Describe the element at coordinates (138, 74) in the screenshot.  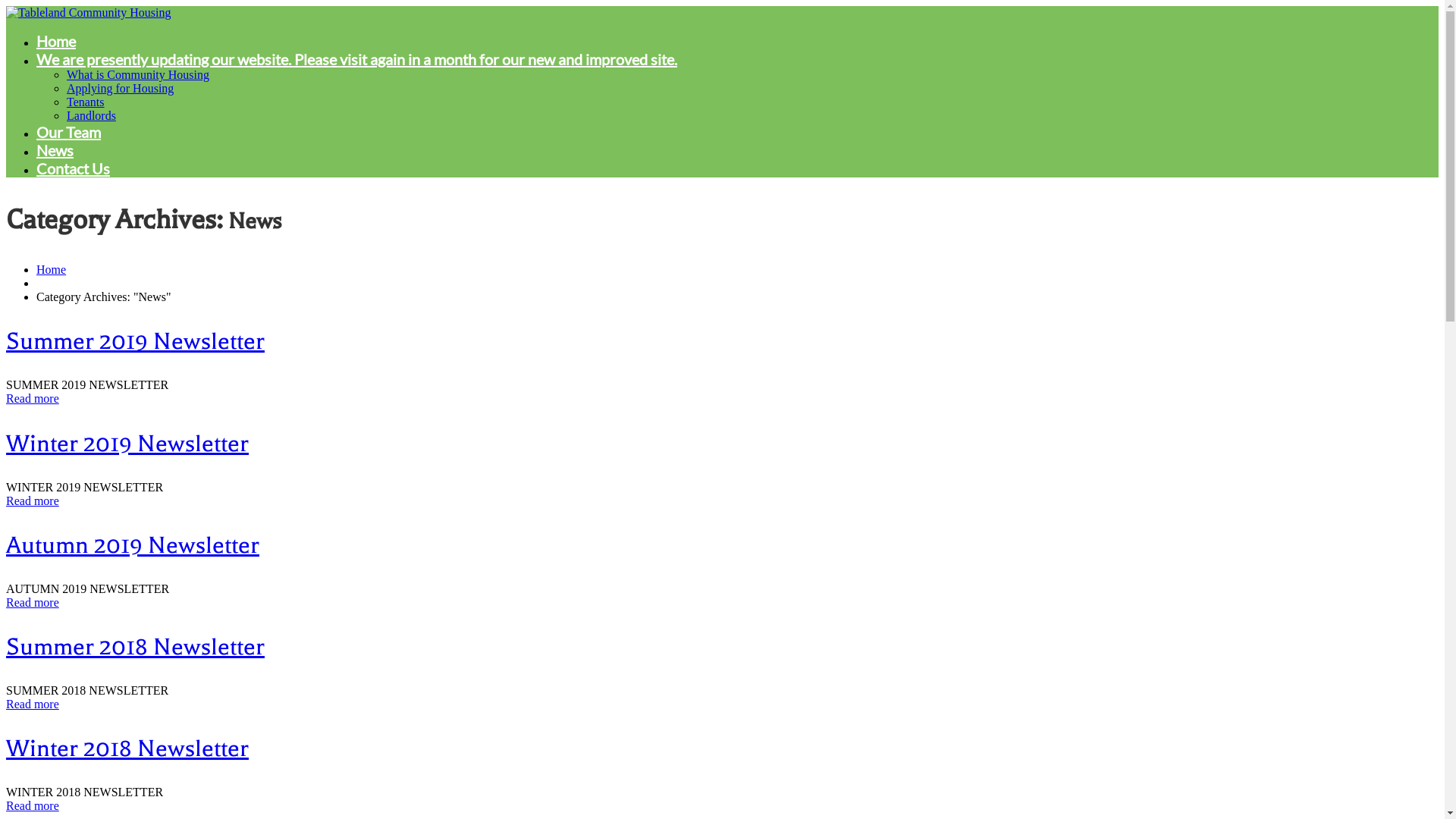
I see `'What is Community Housing'` at that location.